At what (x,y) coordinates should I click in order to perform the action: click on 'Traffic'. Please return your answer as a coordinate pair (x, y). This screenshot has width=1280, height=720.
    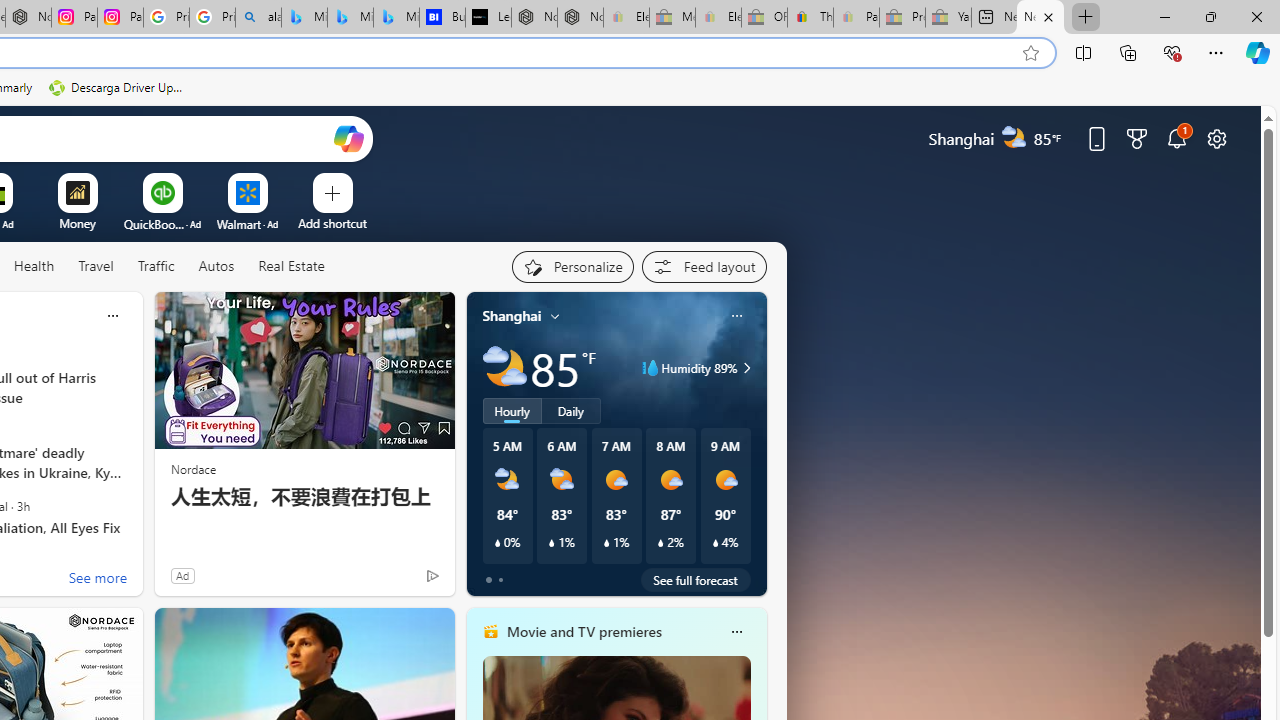
    Looking at the image, I should click on (155, 266).